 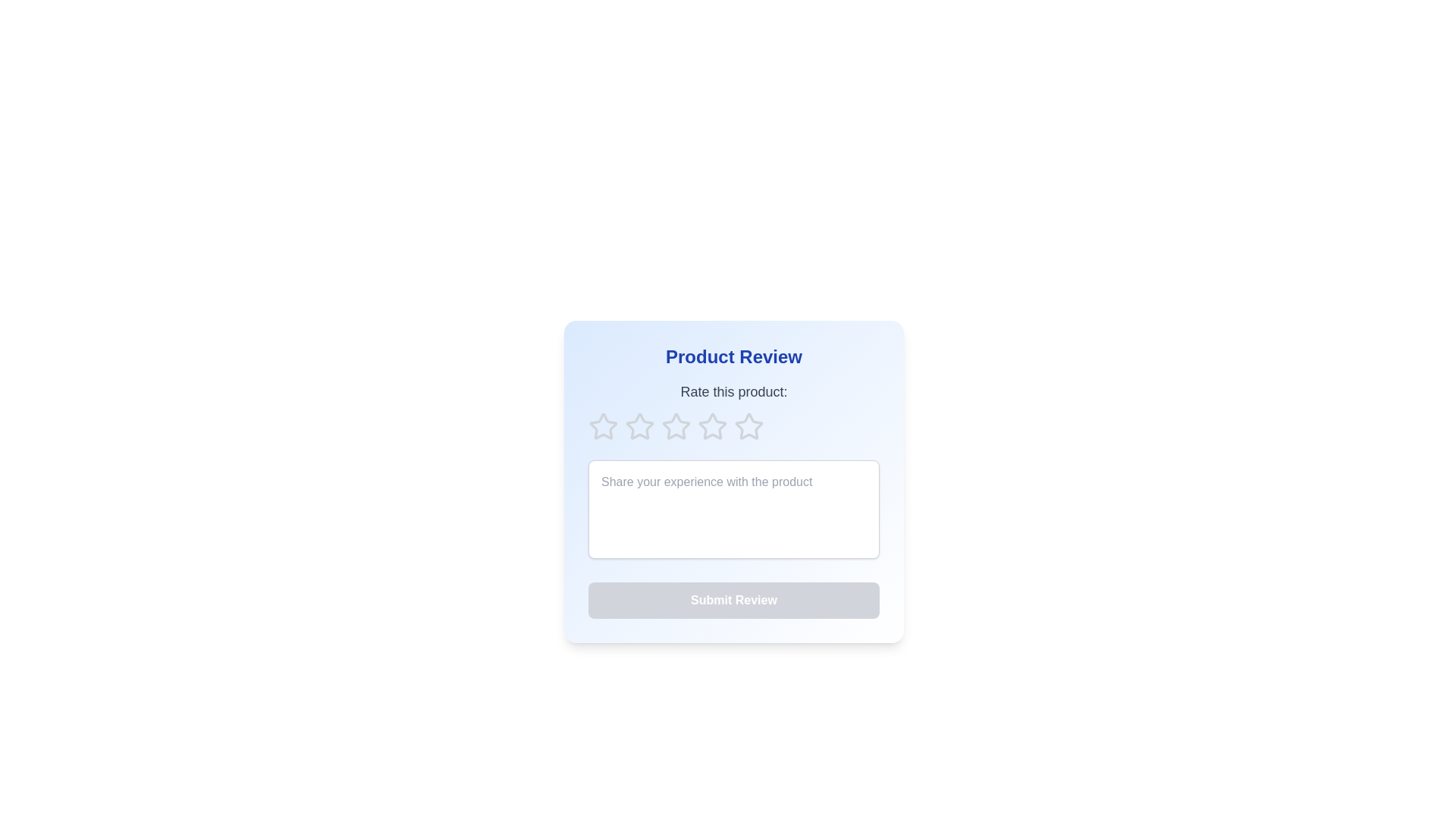 What do you see at coordinates (603, 427) in the screenshot?
I see `the first interactive rating star icon located under the text 'Rate this product:'` at bounding box center [603, 427].